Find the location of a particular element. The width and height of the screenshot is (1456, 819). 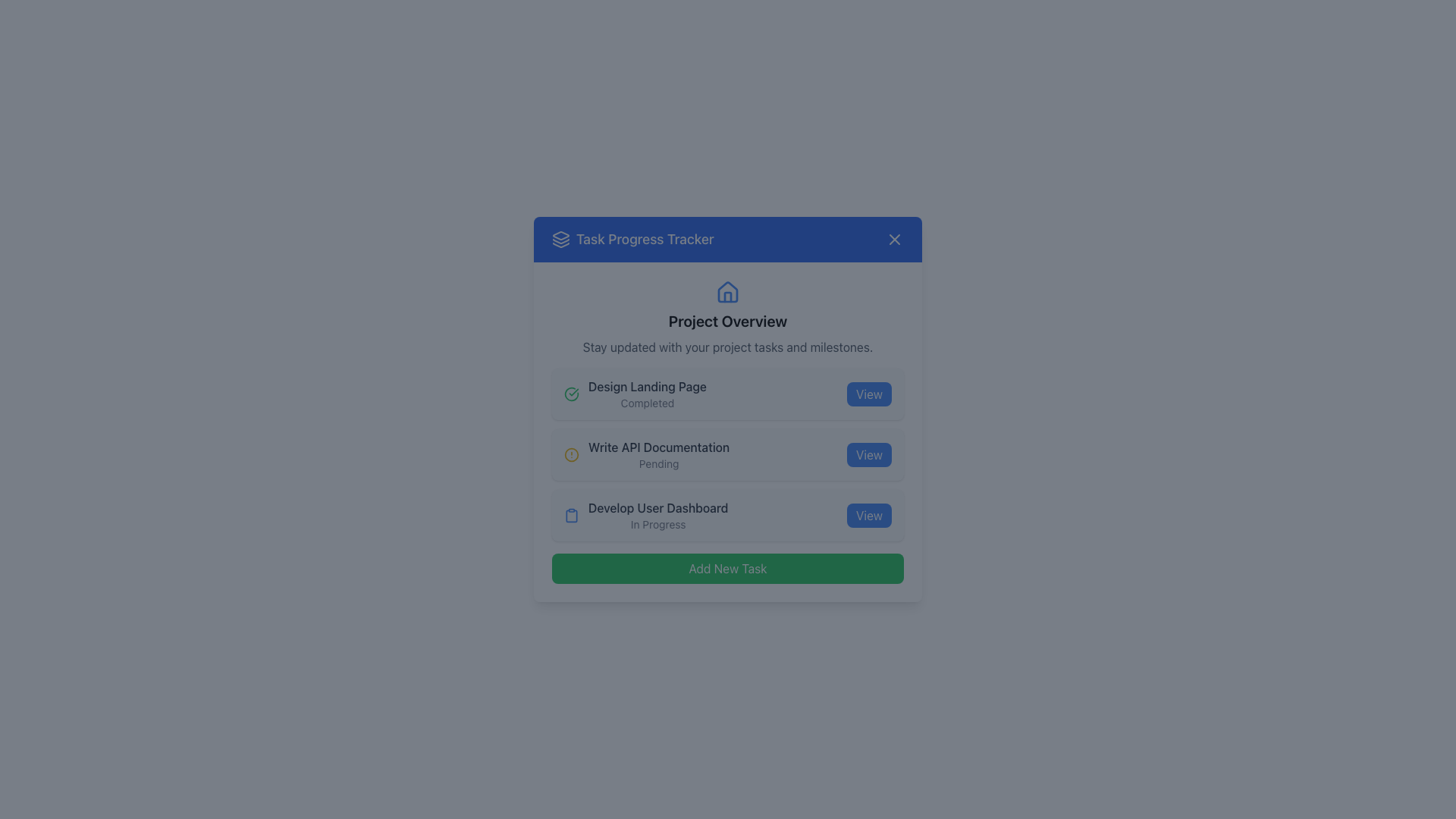

text label that serves as the title for the section, positioned centrally below the house icon and above the text 'Stay updated with your project tasks and milestones.' is located at coordinates (728, 321).